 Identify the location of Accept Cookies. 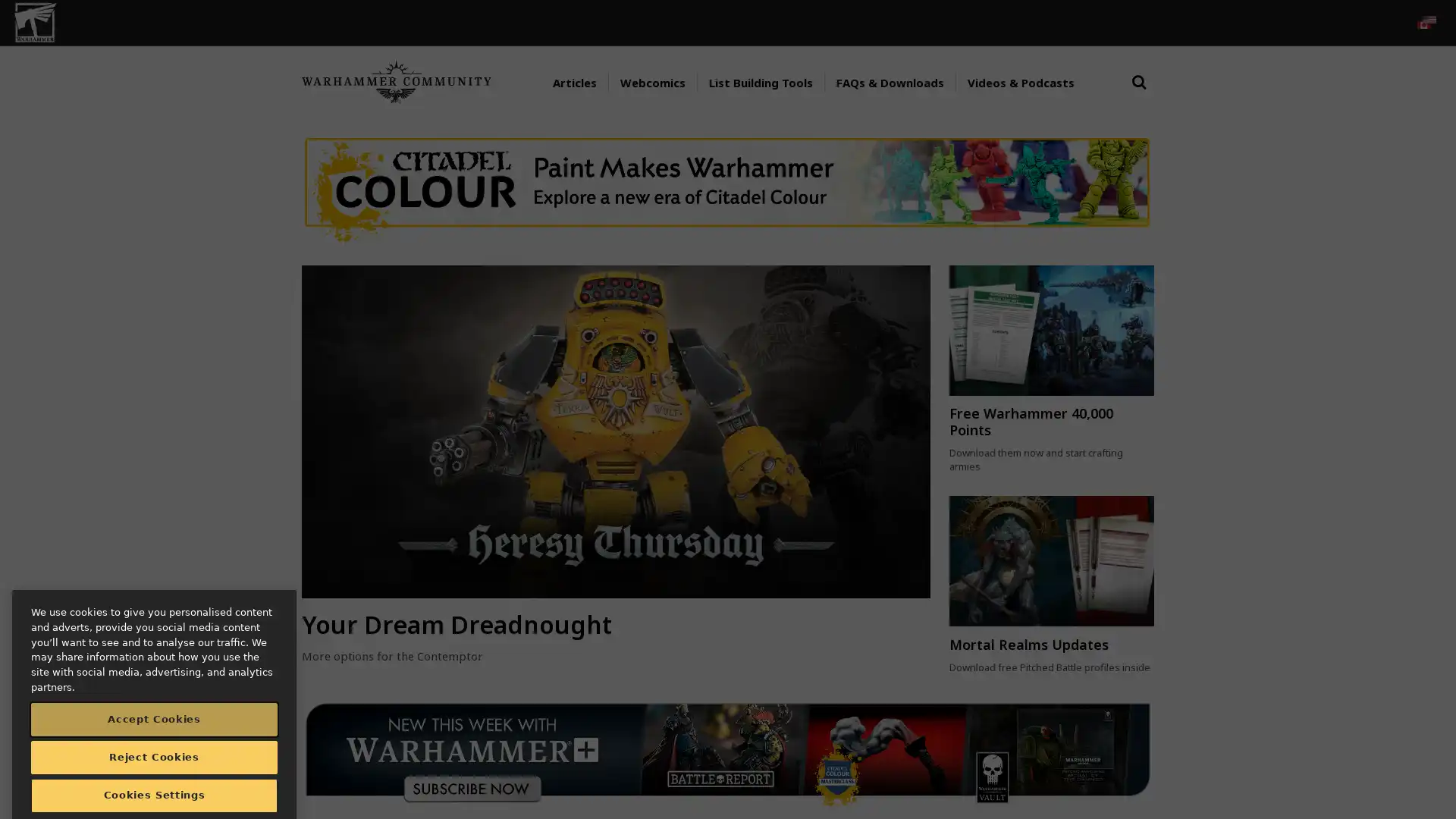
(154, 690).